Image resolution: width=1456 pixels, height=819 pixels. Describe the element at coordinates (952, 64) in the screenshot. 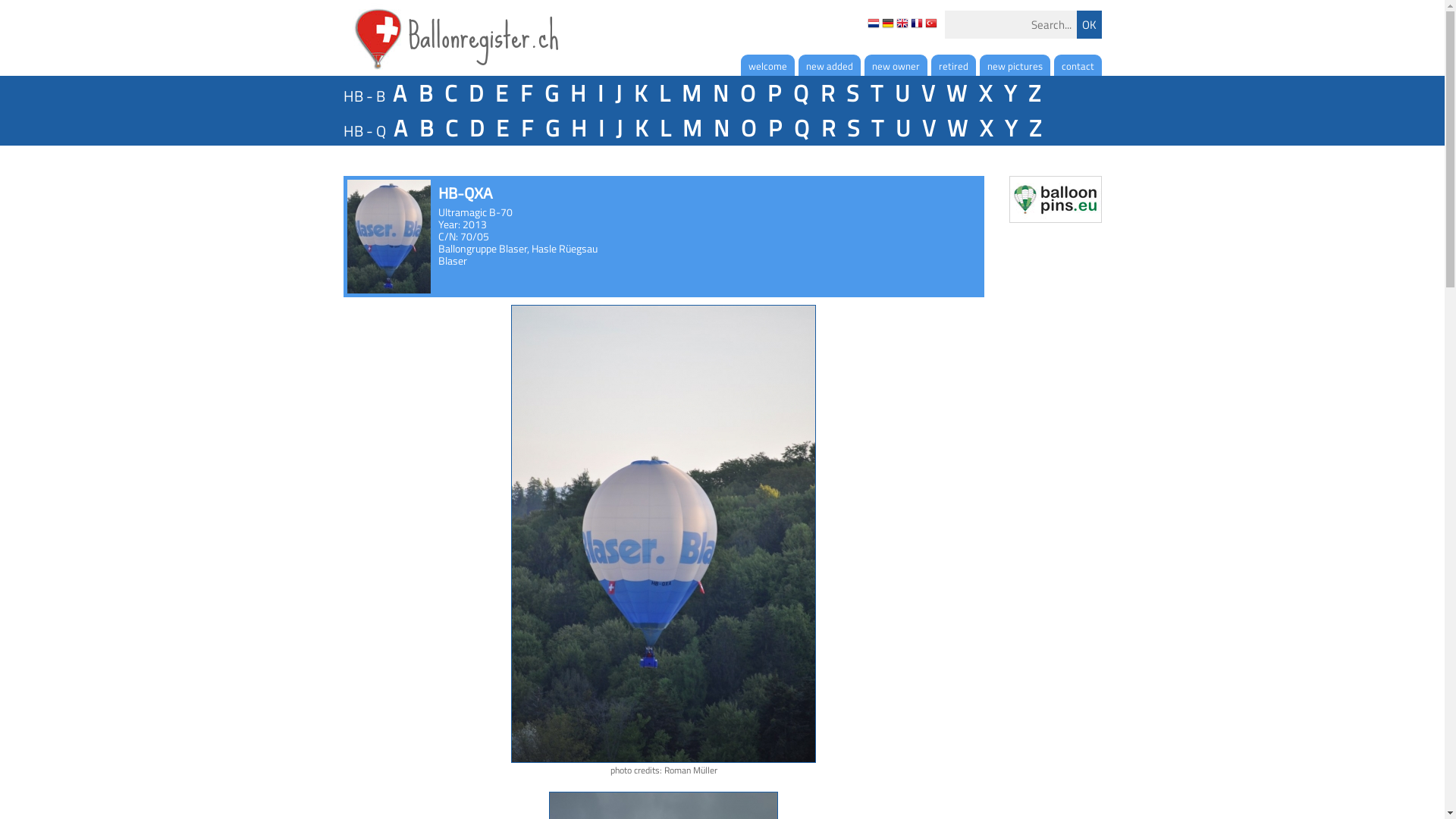

I see `'retired'` at that location.